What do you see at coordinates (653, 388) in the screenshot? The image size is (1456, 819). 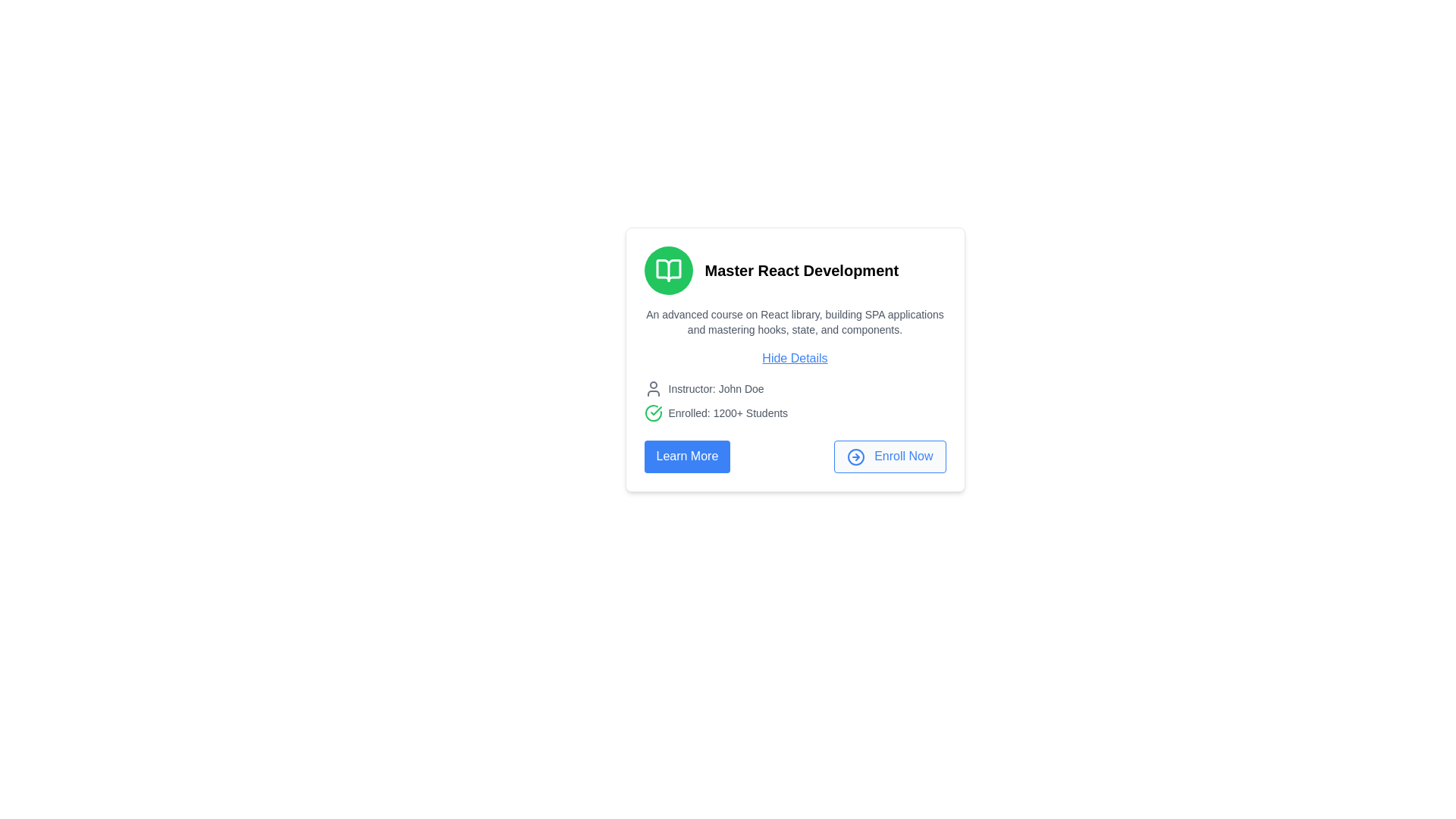 I see `the user icon representing 'Instructor: John Doe', which is a simplistic gray depiction of a person located to the left of the text` at bounding box center [653, 388].